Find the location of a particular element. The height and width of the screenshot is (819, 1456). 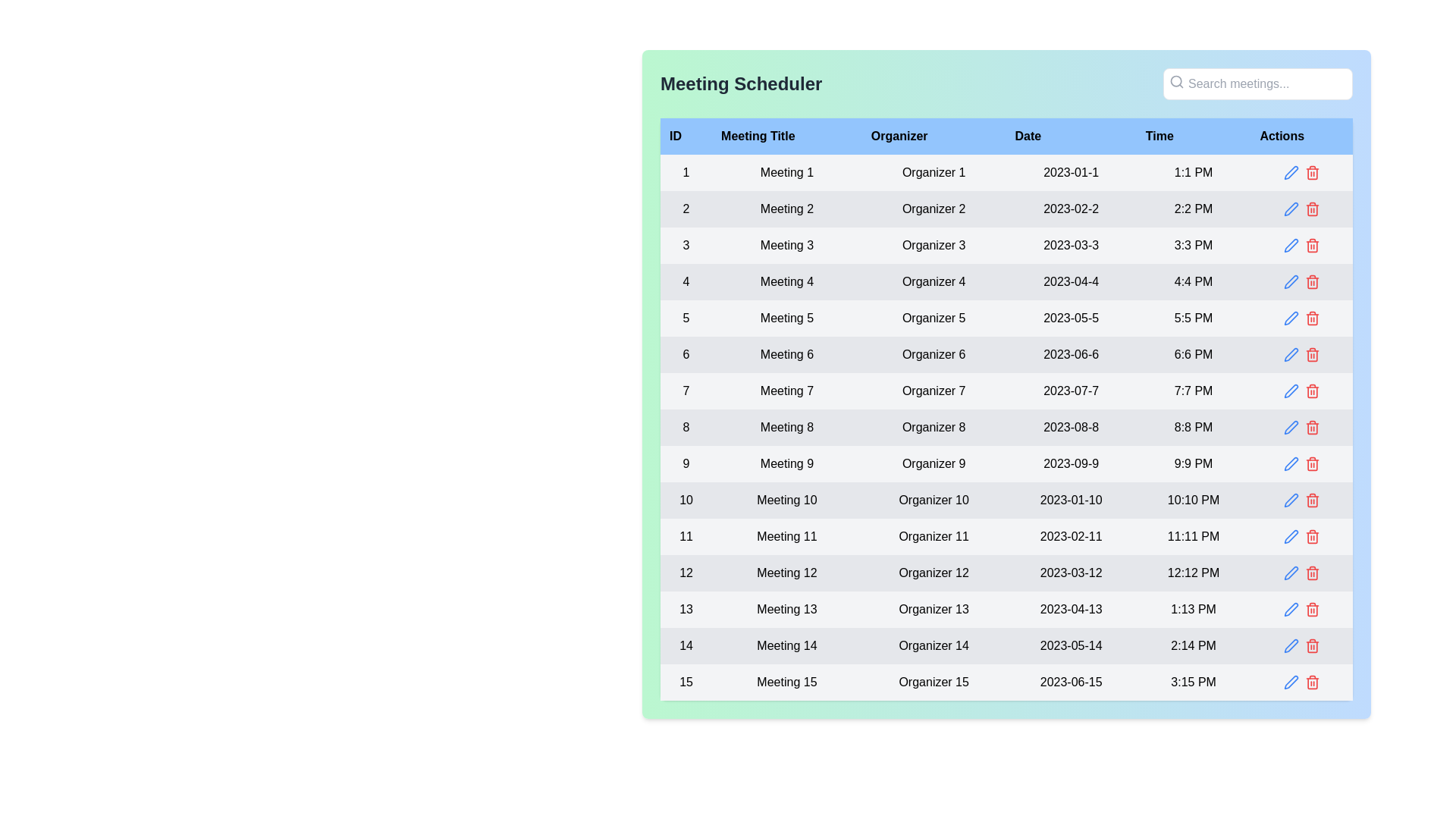

the blue pencil icon in the 'Actions' column of the row labeled '9' for 'Meeting 9' is located at coordinates (1301, 463).